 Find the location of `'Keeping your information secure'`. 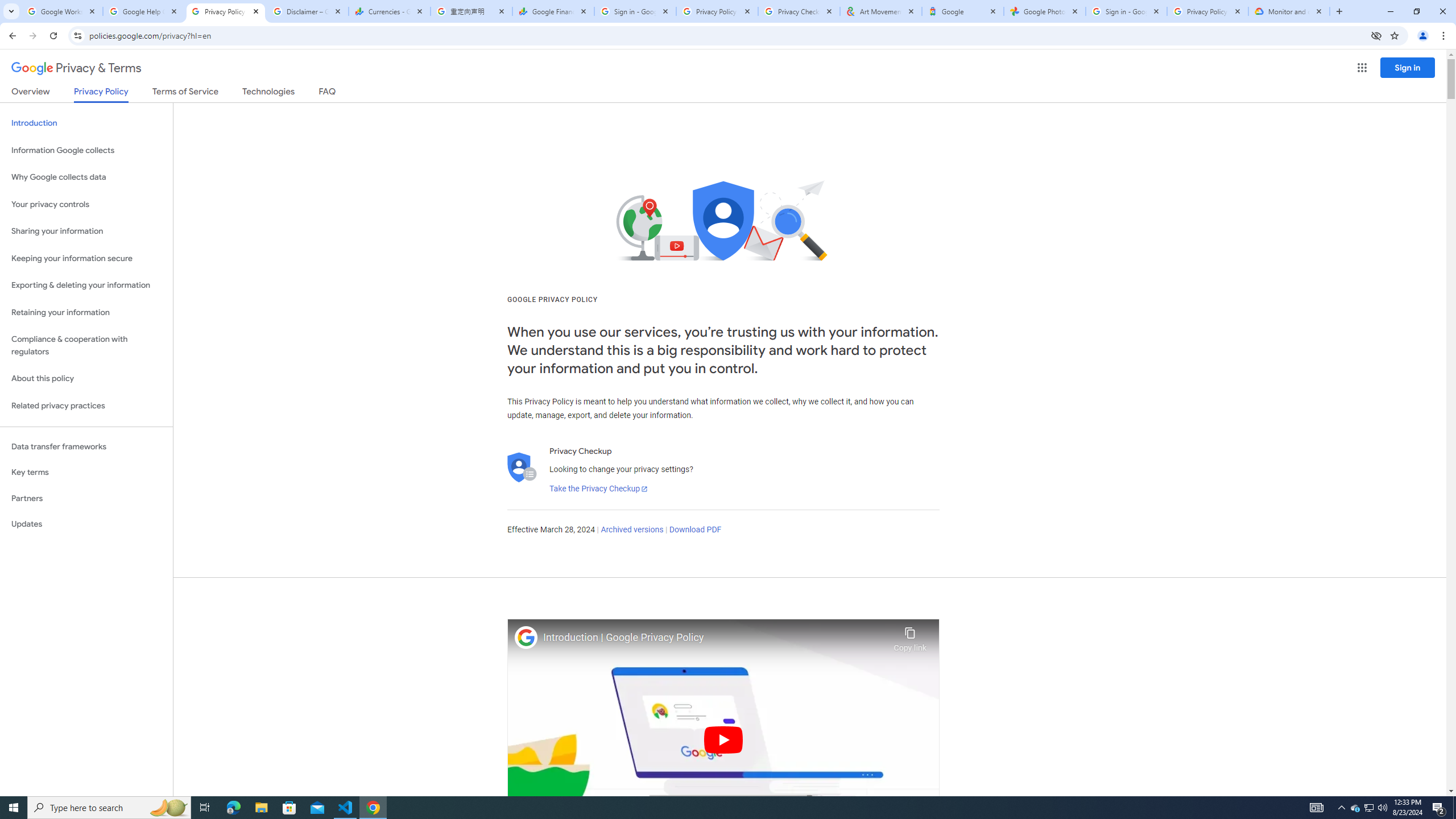

'Keeping your information secure' is located at coordinates (86, 259).